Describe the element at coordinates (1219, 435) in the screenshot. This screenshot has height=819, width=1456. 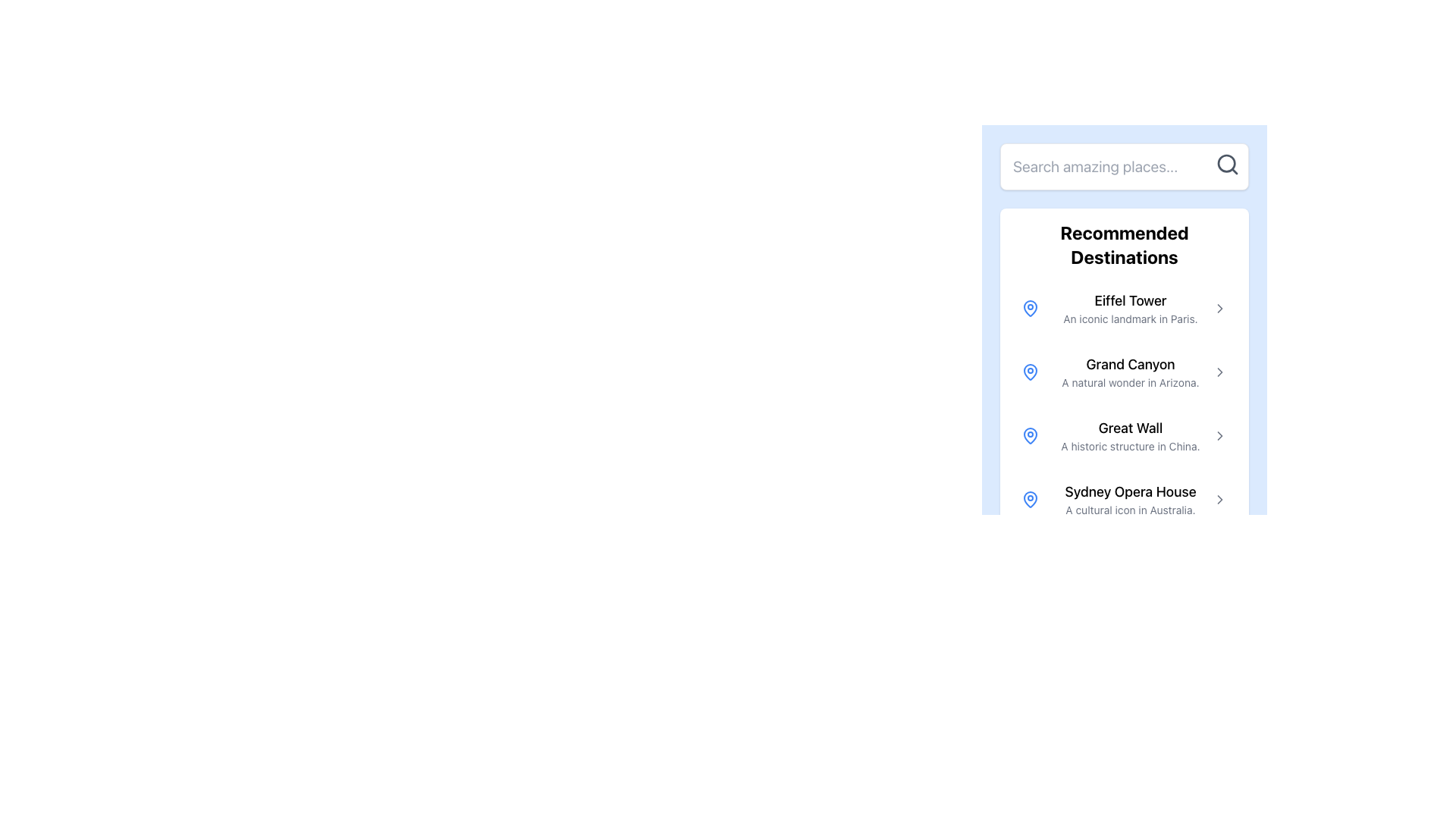
I see `the third chevron icon located to the right of the text 'Great Wall' in the 'Recommended Destinations' section, which serves as a navigation indicator for further details or actions related to the Great Wall` at that location.